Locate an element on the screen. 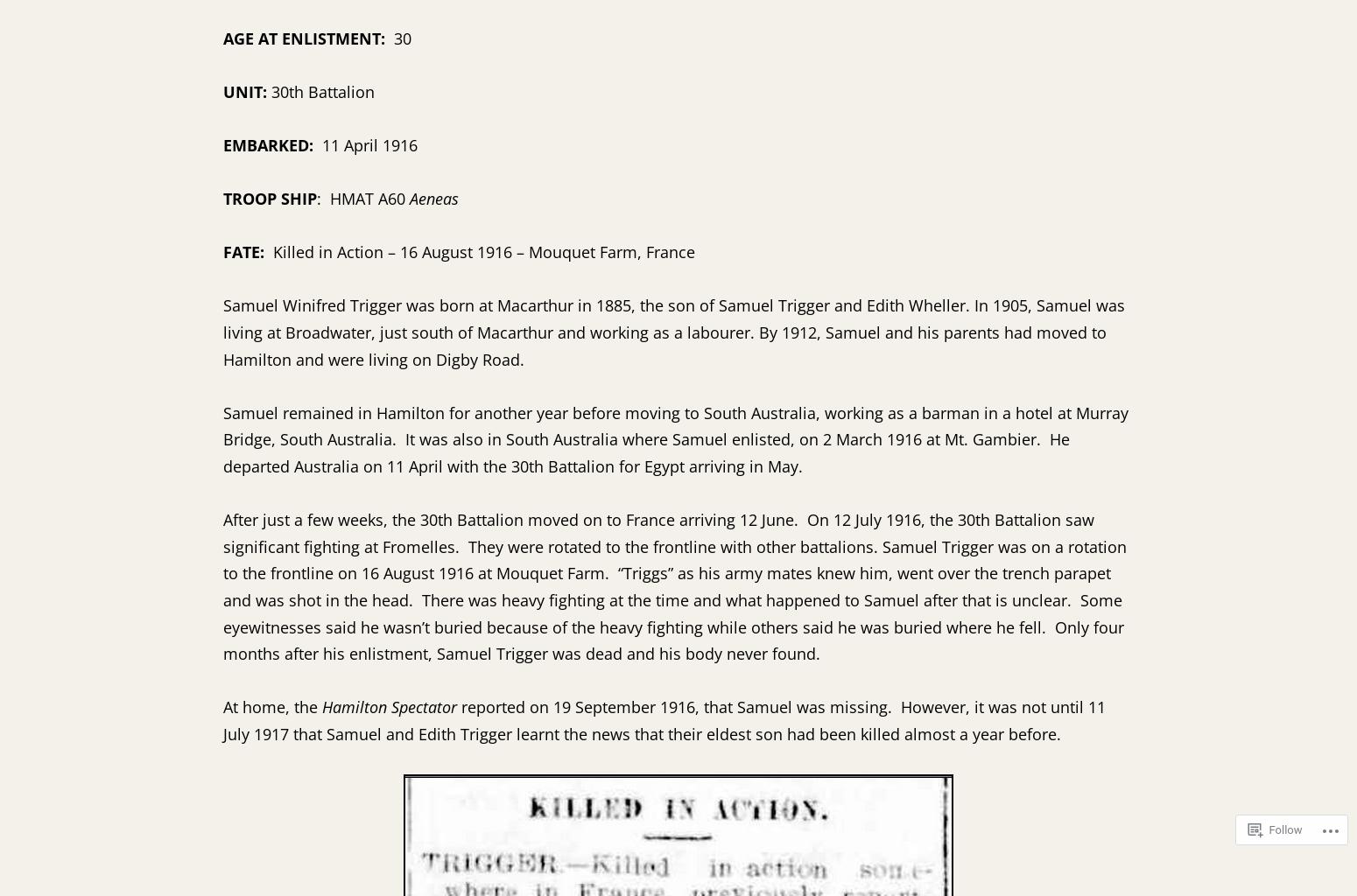  'Samuel Winifred Trigger was born at Macarthur in 1885, the son of Samuel Trigger and Edith Wheller. In 1905, Samuel was living at Broadwater, just south of Macarthur and working as a labourer. By 1912, Samuel and his parents had moved to Hamilton and were living on Digby Road.' is located at coordinates (674, 332).